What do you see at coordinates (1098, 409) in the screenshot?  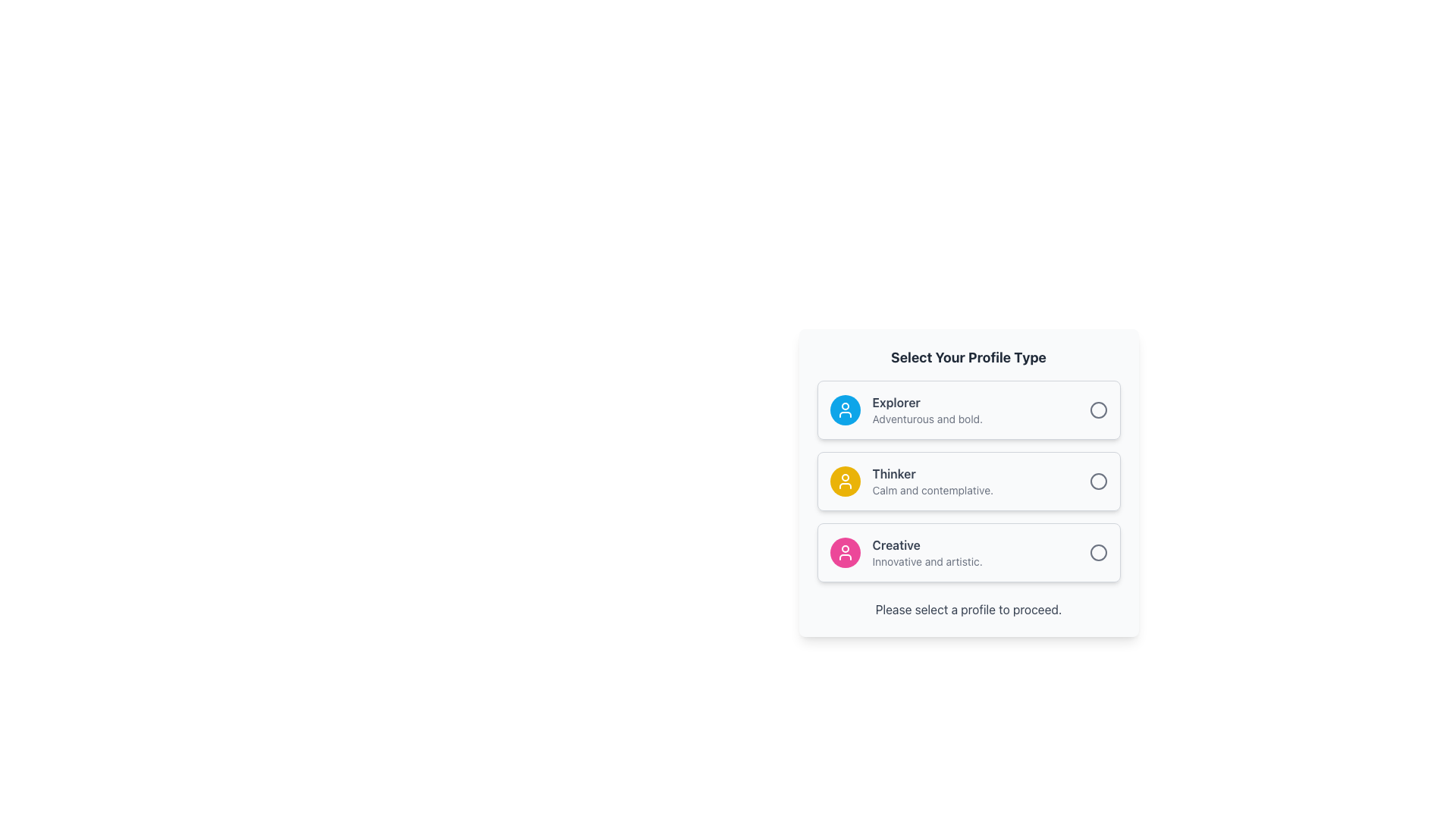 I see `the circular radio button at the far right of the list item labeled 'Explorer Adventurous and bold'` at bounding box center [1098, 409].